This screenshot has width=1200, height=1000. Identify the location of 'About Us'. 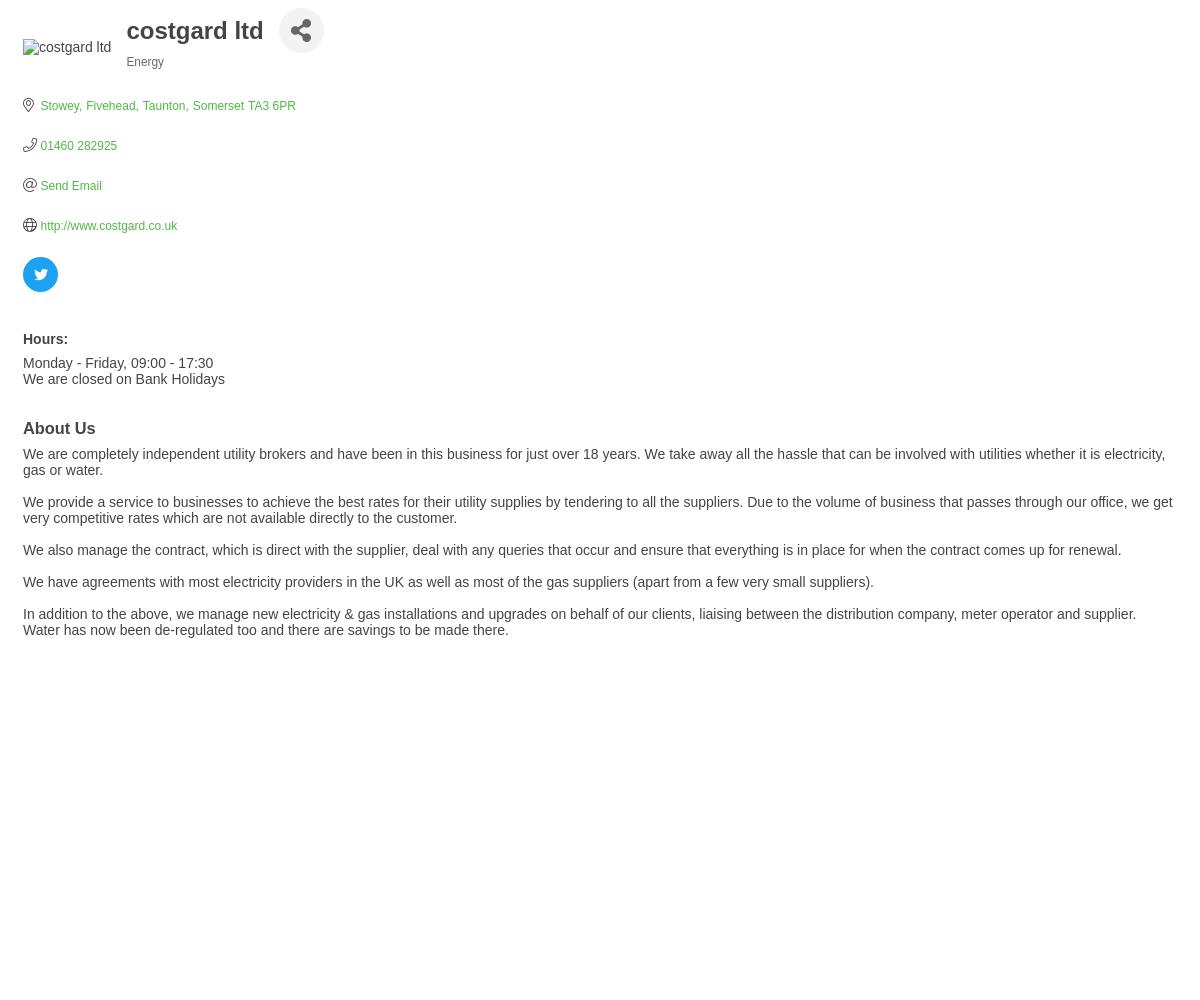
(59, 428).